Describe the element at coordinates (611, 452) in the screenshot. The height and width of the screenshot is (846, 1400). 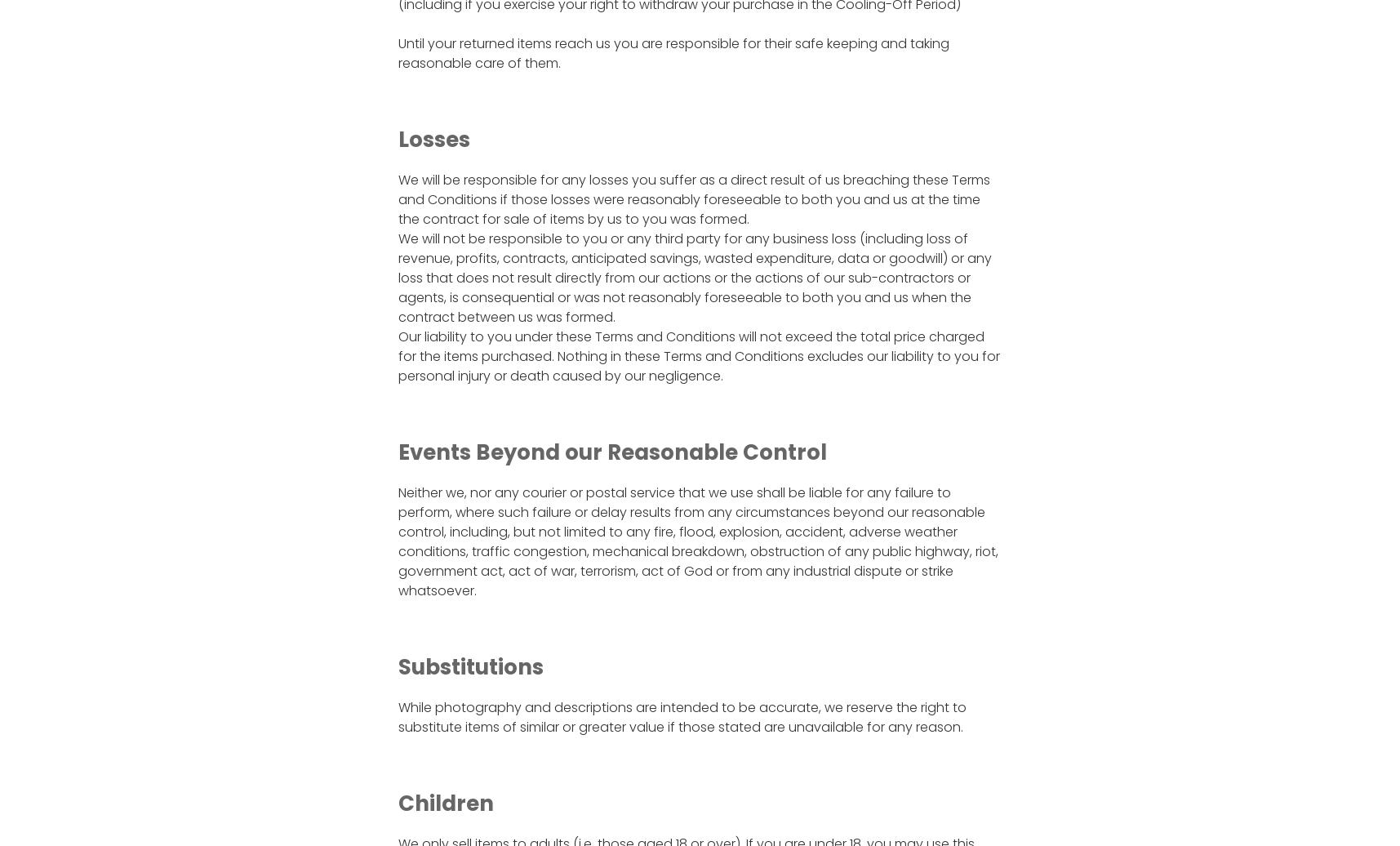
I see `'Events Beyond our Reasonable Control'` at that location.